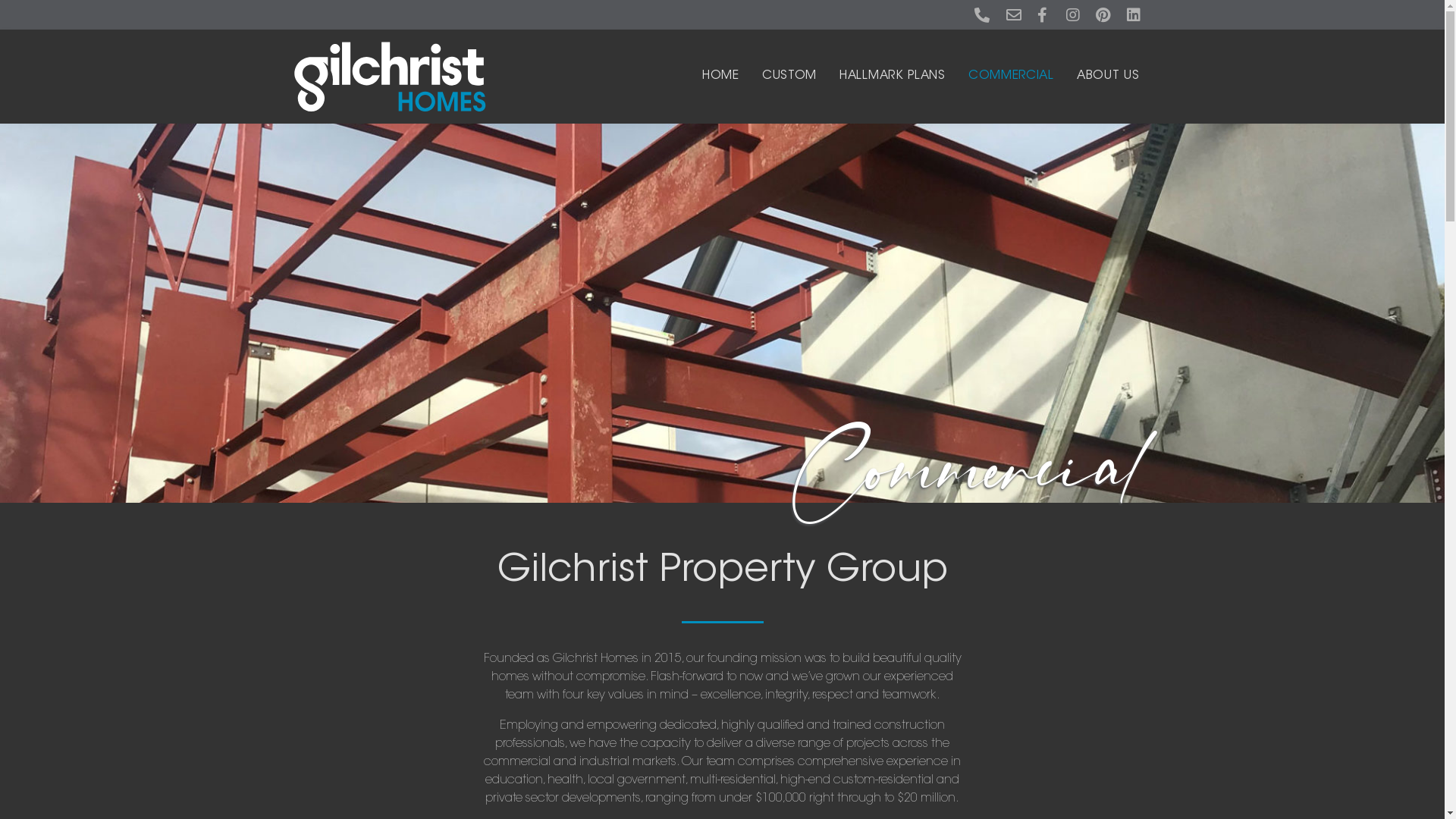 The width and height of the screenshot is (1456, 819). Describe the element at coordinates (1011, 76) in the screenshot. I see `'COMMERCIAL'` at that location.